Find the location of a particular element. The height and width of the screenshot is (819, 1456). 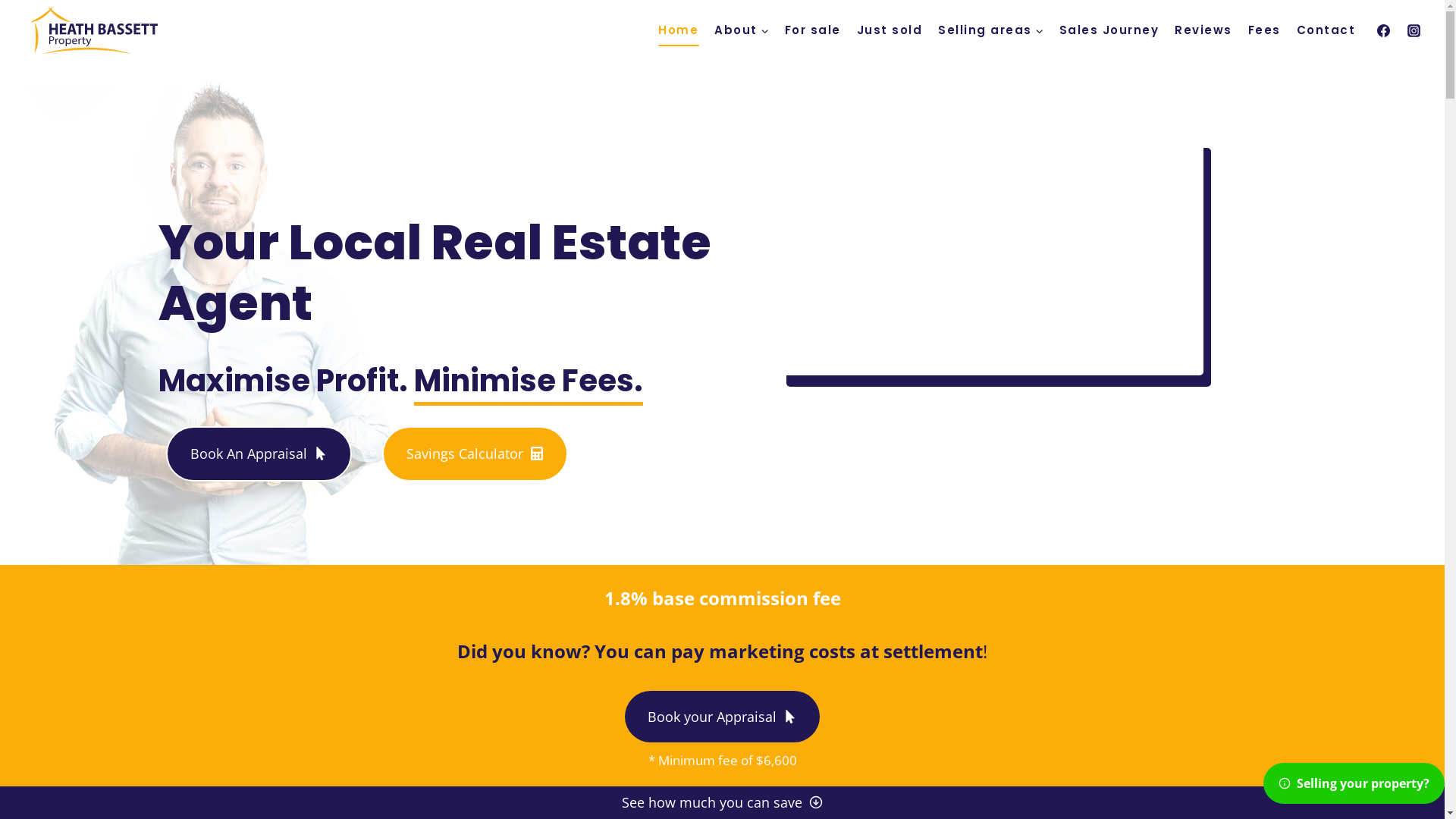

'Fees' is located at coordinates (1263, 30).